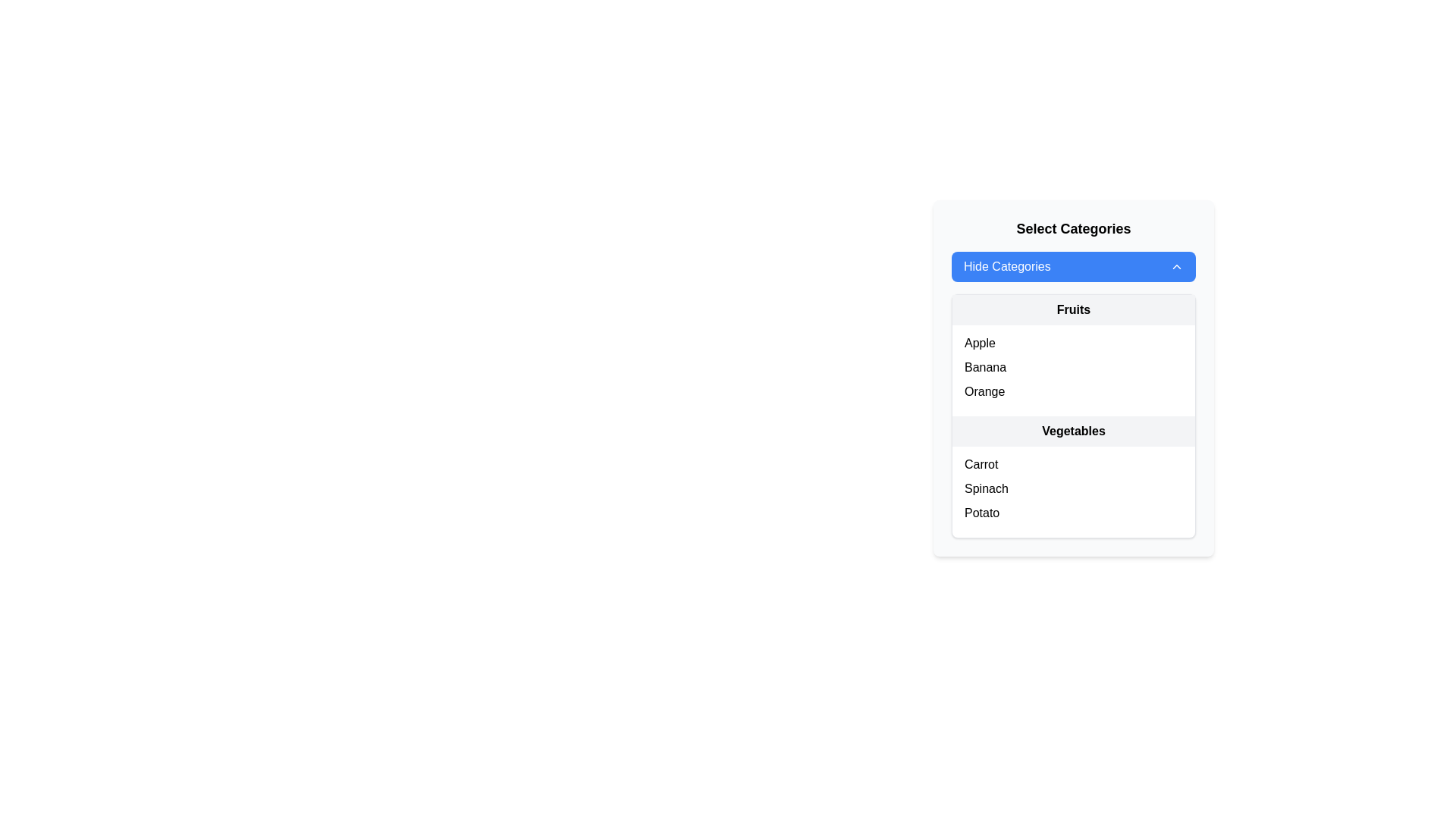 Image resolution: width=1456 pixels, height=819 pixels. Describe the element at coordinates (1175, 265) in the screenshot. I see `the small chevron-up icon with a thin outline that is part of the 'Hide Categories' button` at that location.